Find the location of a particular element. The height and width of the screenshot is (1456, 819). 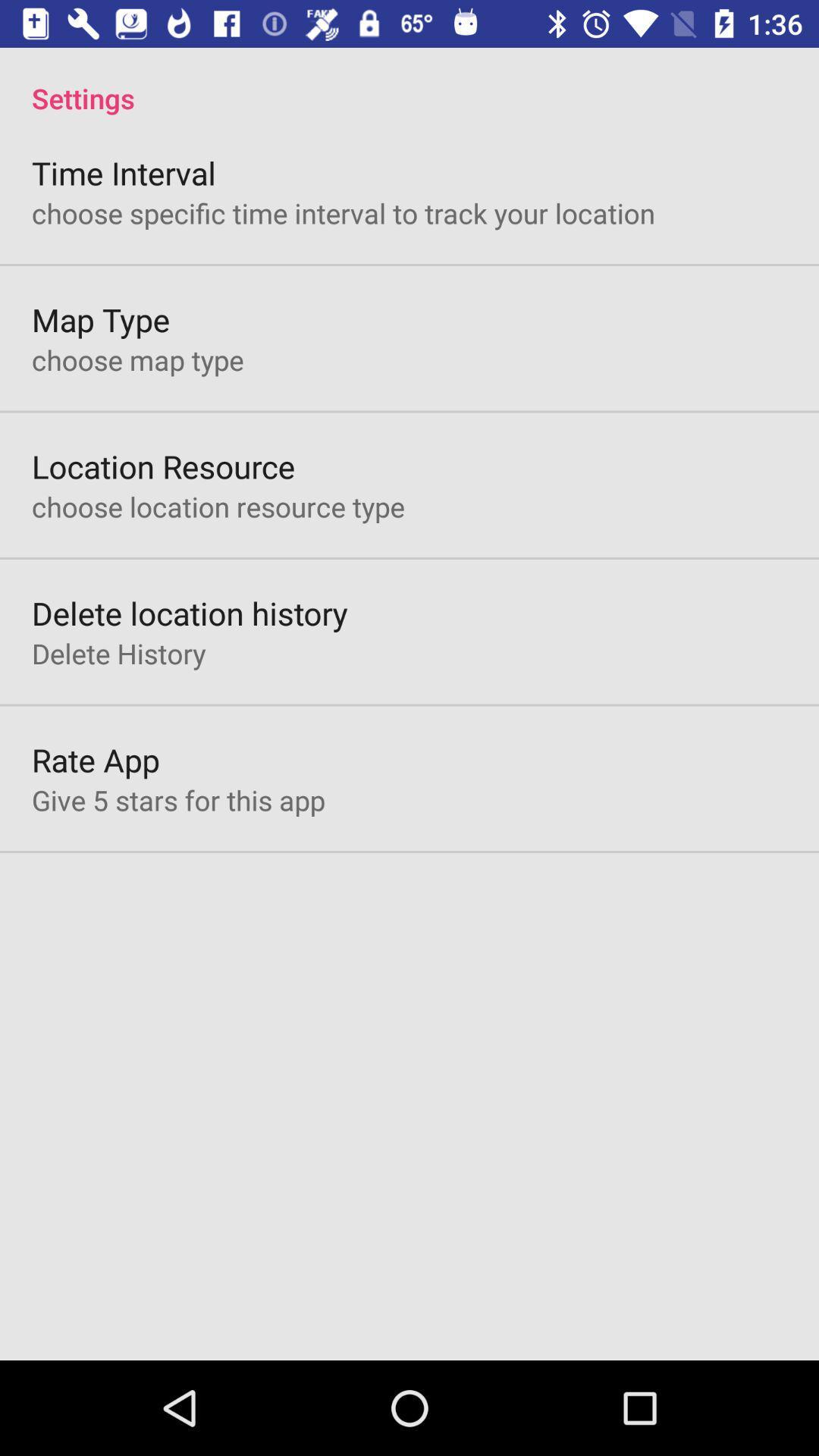

the item above time interval app is located at coordinates (409, 81).